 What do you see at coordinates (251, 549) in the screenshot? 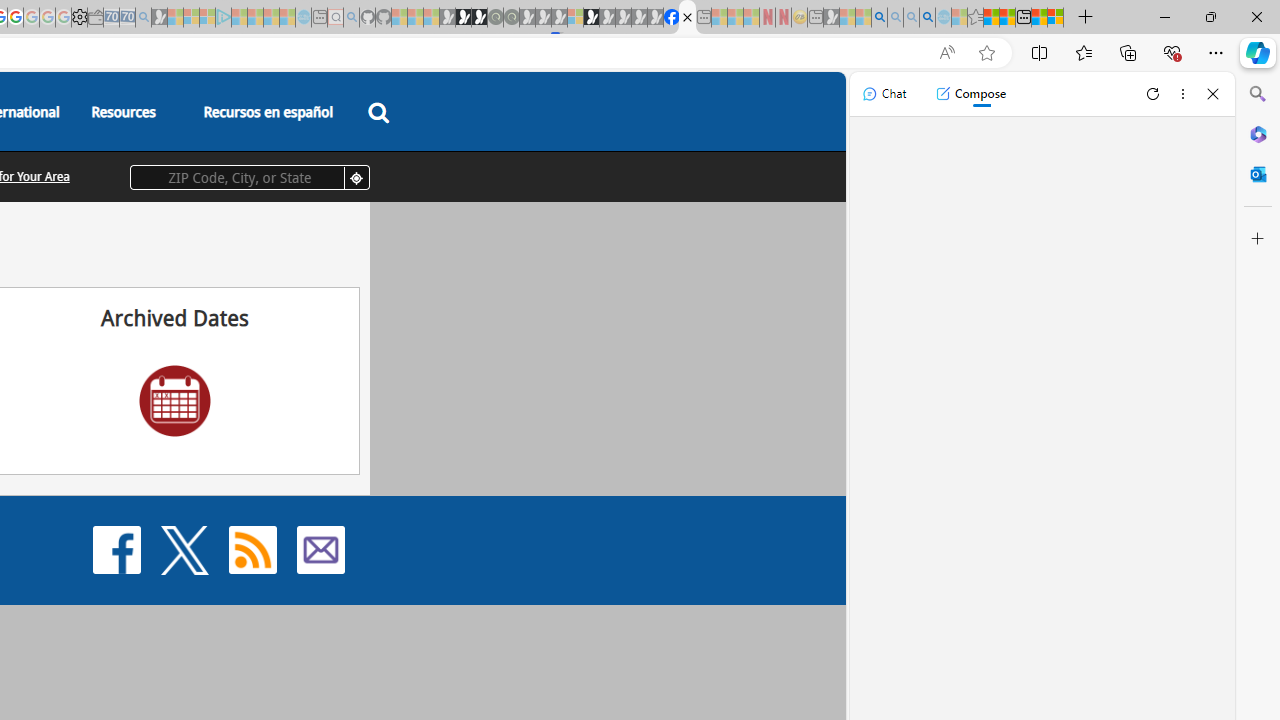
I see `'RSS'` at bounding box center [251, 549].